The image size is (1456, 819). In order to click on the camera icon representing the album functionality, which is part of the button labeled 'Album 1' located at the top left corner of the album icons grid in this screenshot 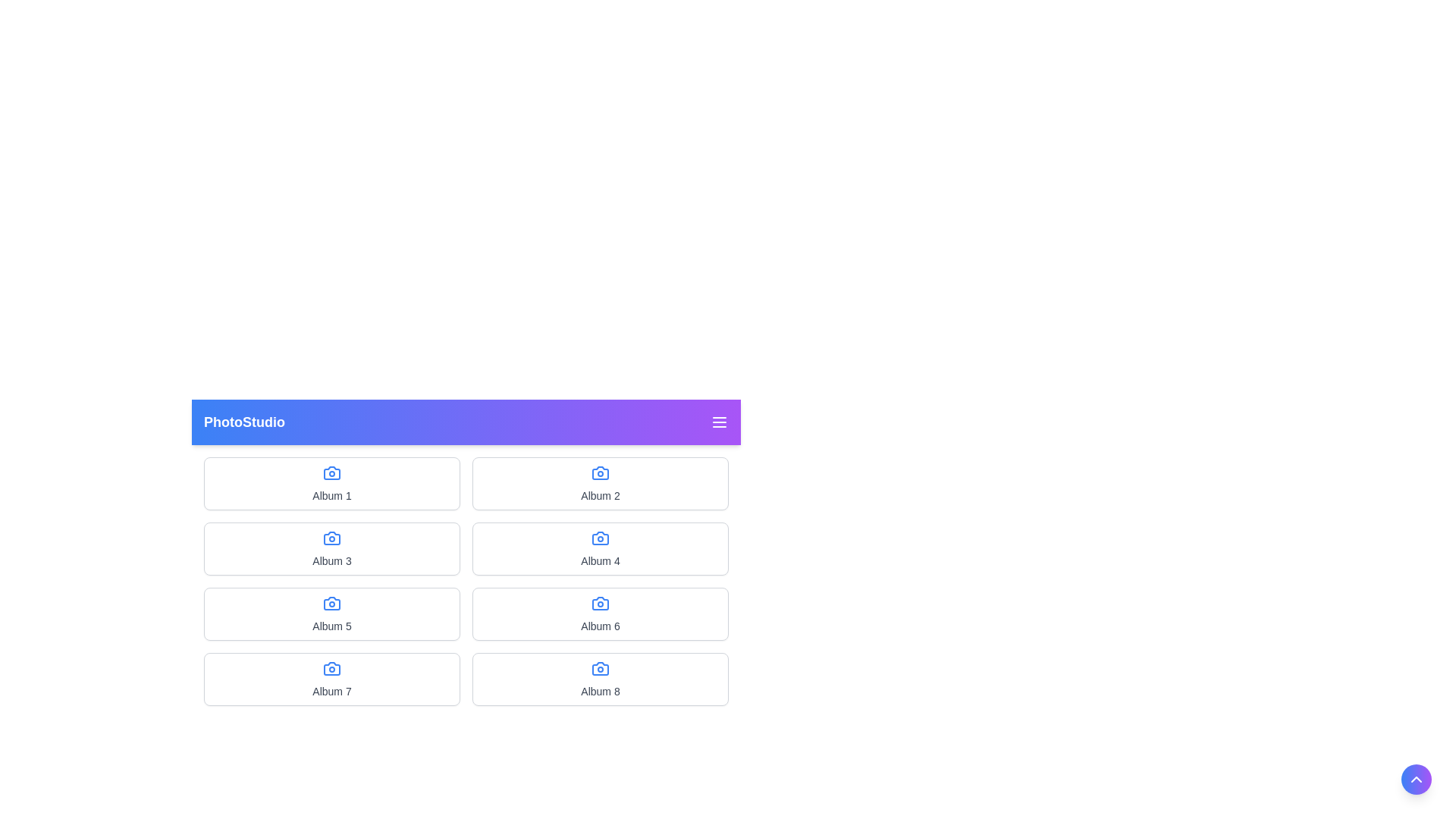, I will do `click(331, 472)`.